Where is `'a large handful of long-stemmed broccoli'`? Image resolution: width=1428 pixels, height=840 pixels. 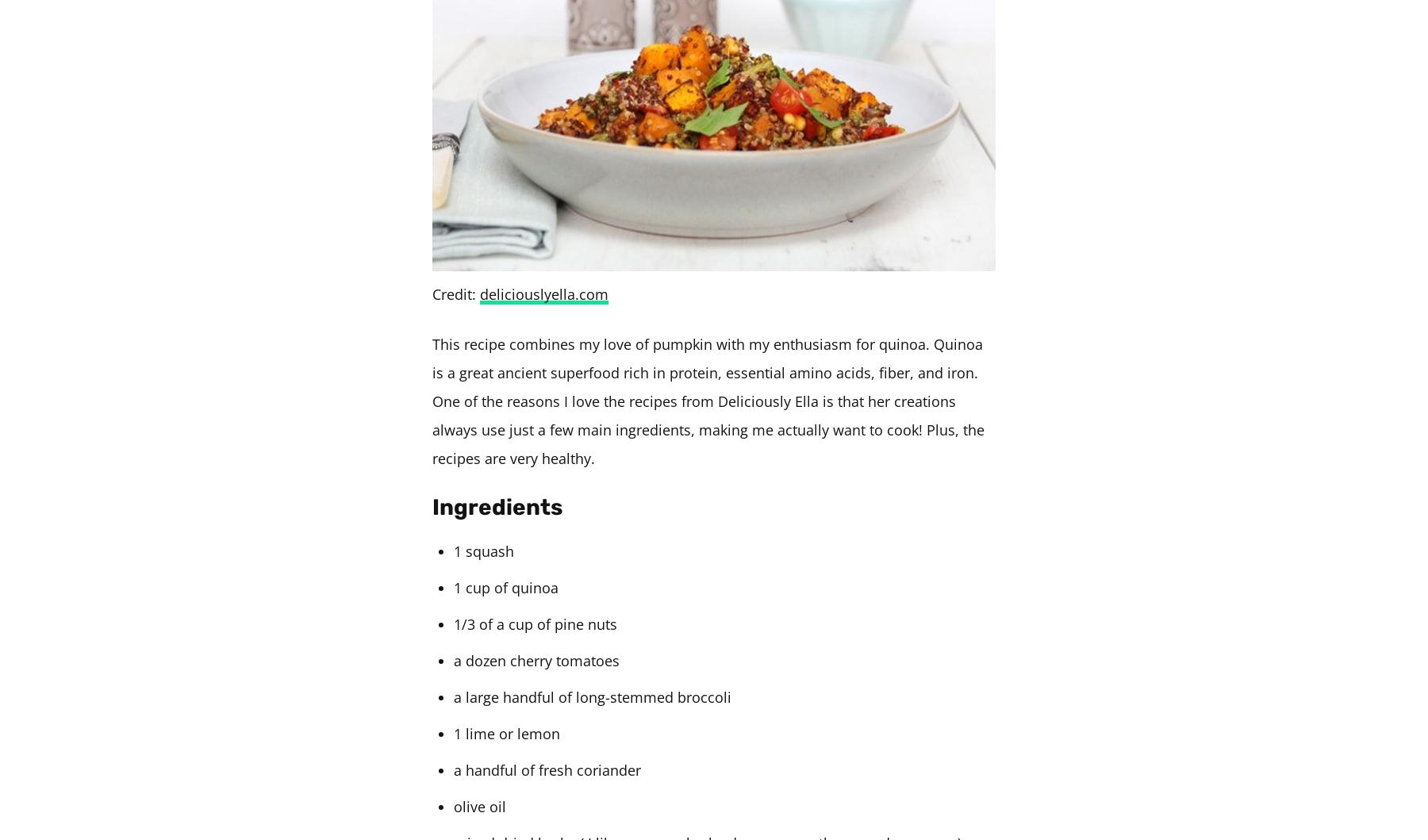
'a large handful of long-stemmed broccoli' is located at coordinates (592, 696).